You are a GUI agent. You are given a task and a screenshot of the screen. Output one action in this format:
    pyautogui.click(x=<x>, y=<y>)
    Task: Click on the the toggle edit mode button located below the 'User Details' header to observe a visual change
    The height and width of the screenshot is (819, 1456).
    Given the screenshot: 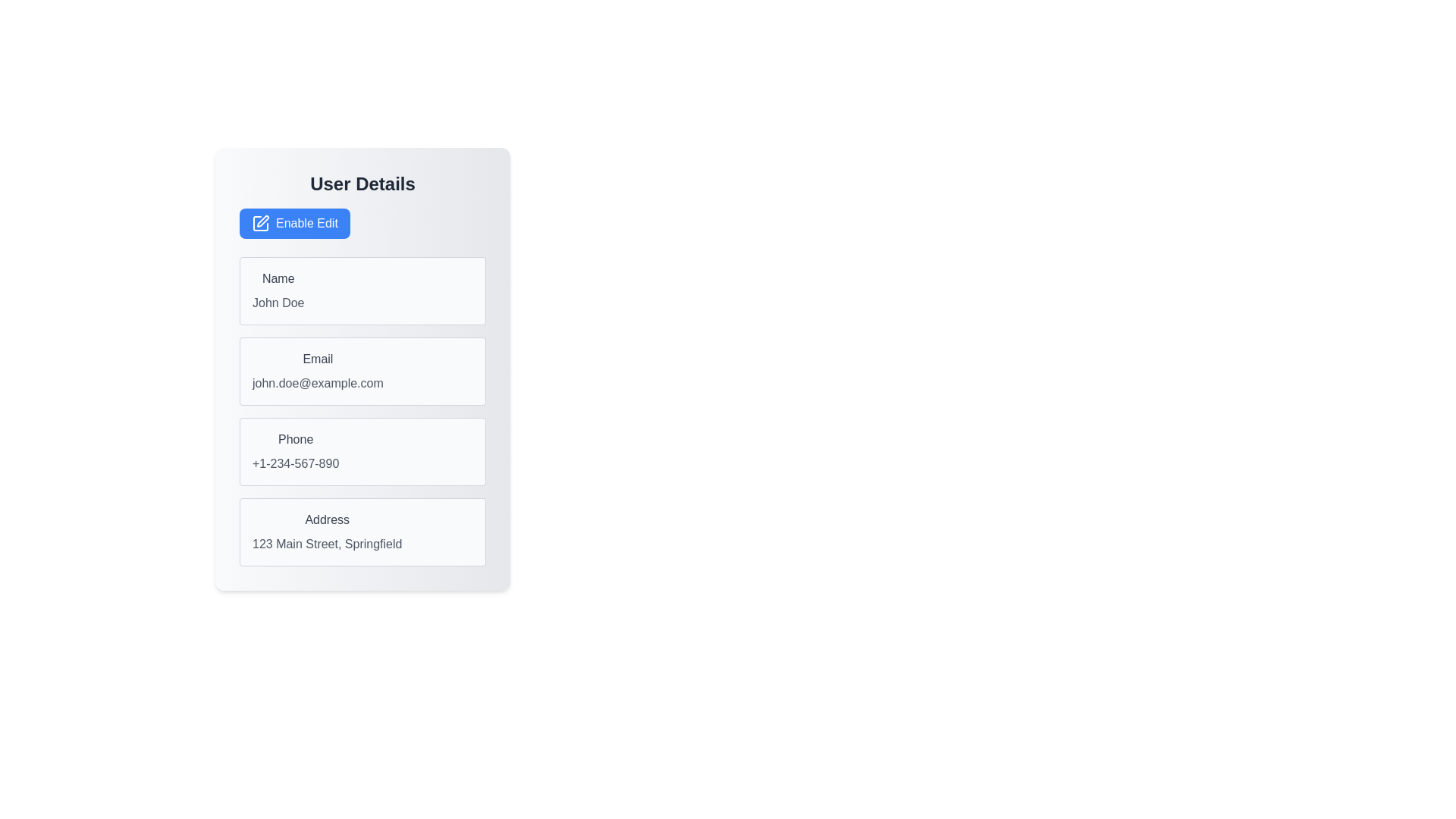 What is the action you would take?
    pyautogui.click(x=294, y=223)
    